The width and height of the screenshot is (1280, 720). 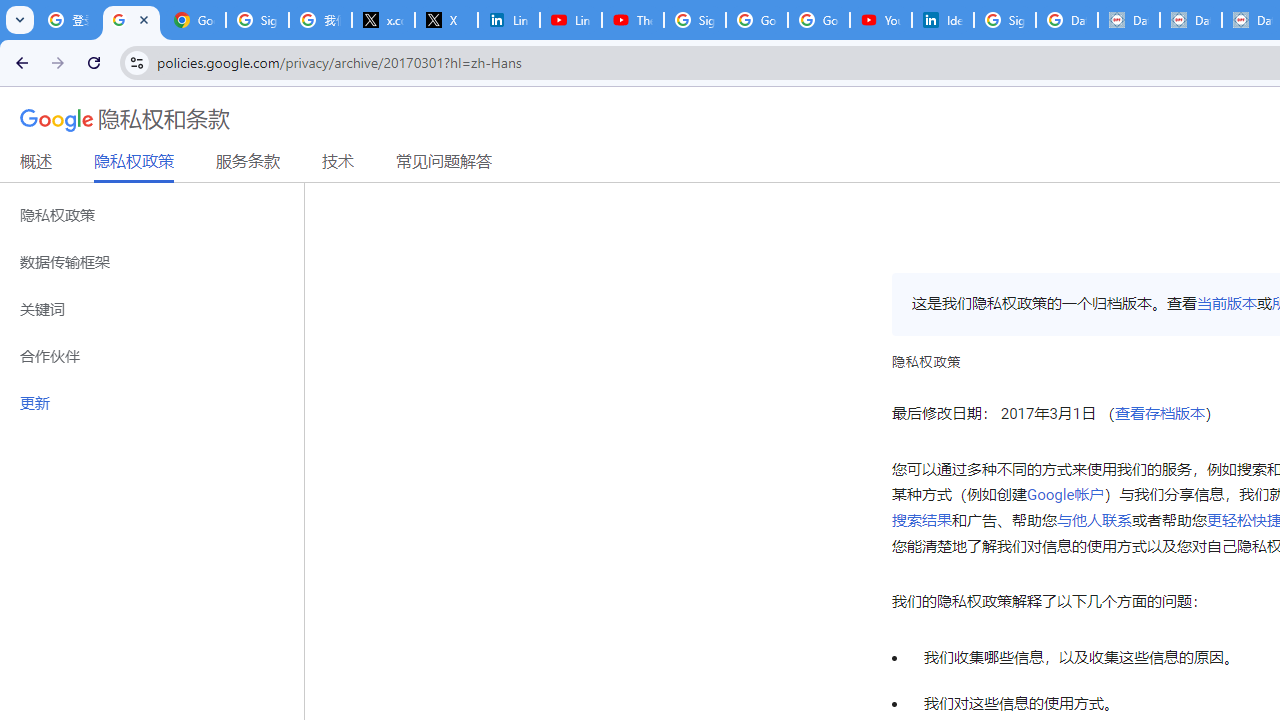 I want to click on 'Sign in - Google Accounts', so click(x=1004, y=20).